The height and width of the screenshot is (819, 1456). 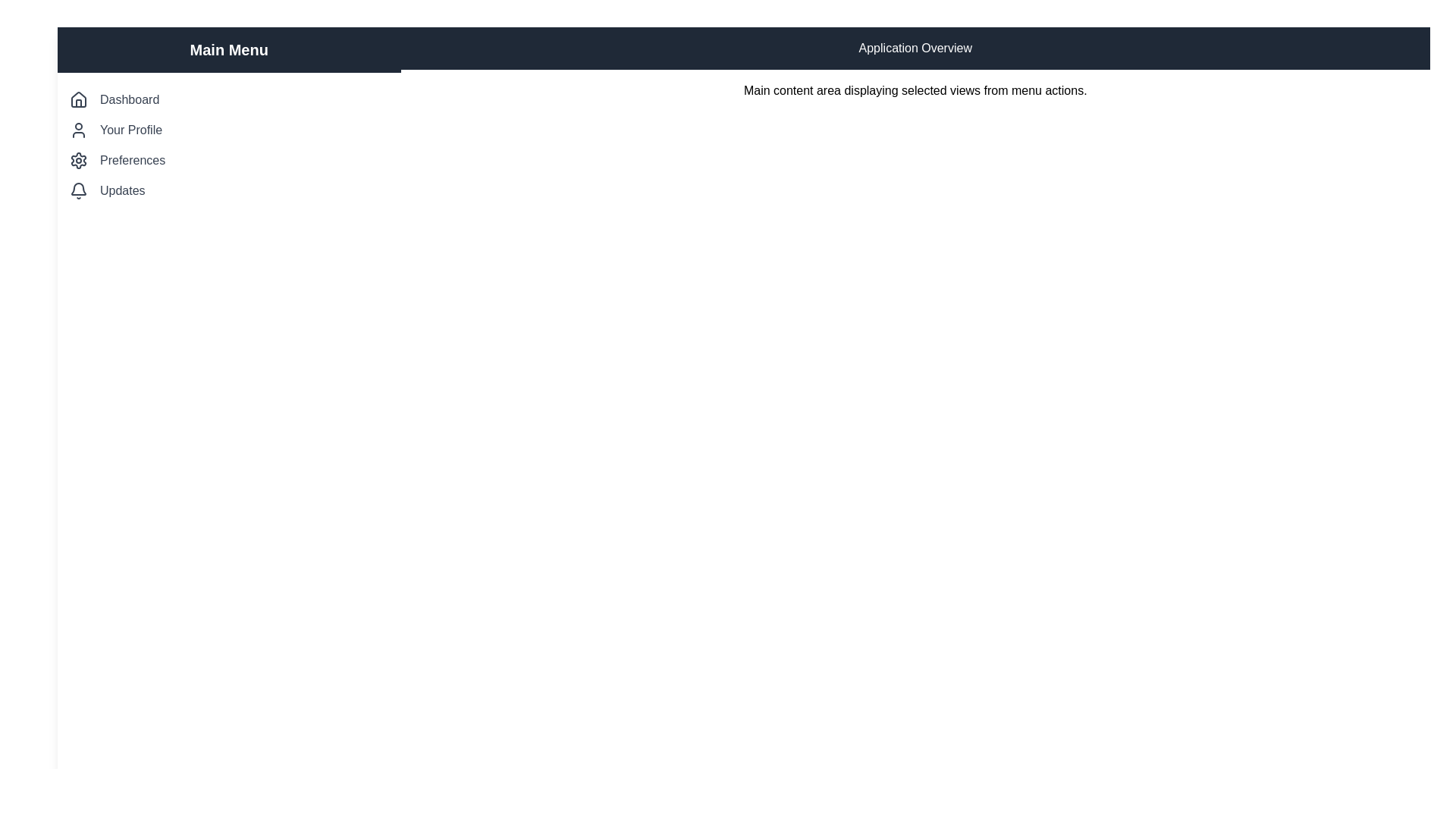 What do you see at coordinates (915, 90) in the screenshot?
I see `textual description in the text block that states 'Main content area displaying selected views from menu actions.' located below the 'Application Overview' section` at bounding box center [915, 90].